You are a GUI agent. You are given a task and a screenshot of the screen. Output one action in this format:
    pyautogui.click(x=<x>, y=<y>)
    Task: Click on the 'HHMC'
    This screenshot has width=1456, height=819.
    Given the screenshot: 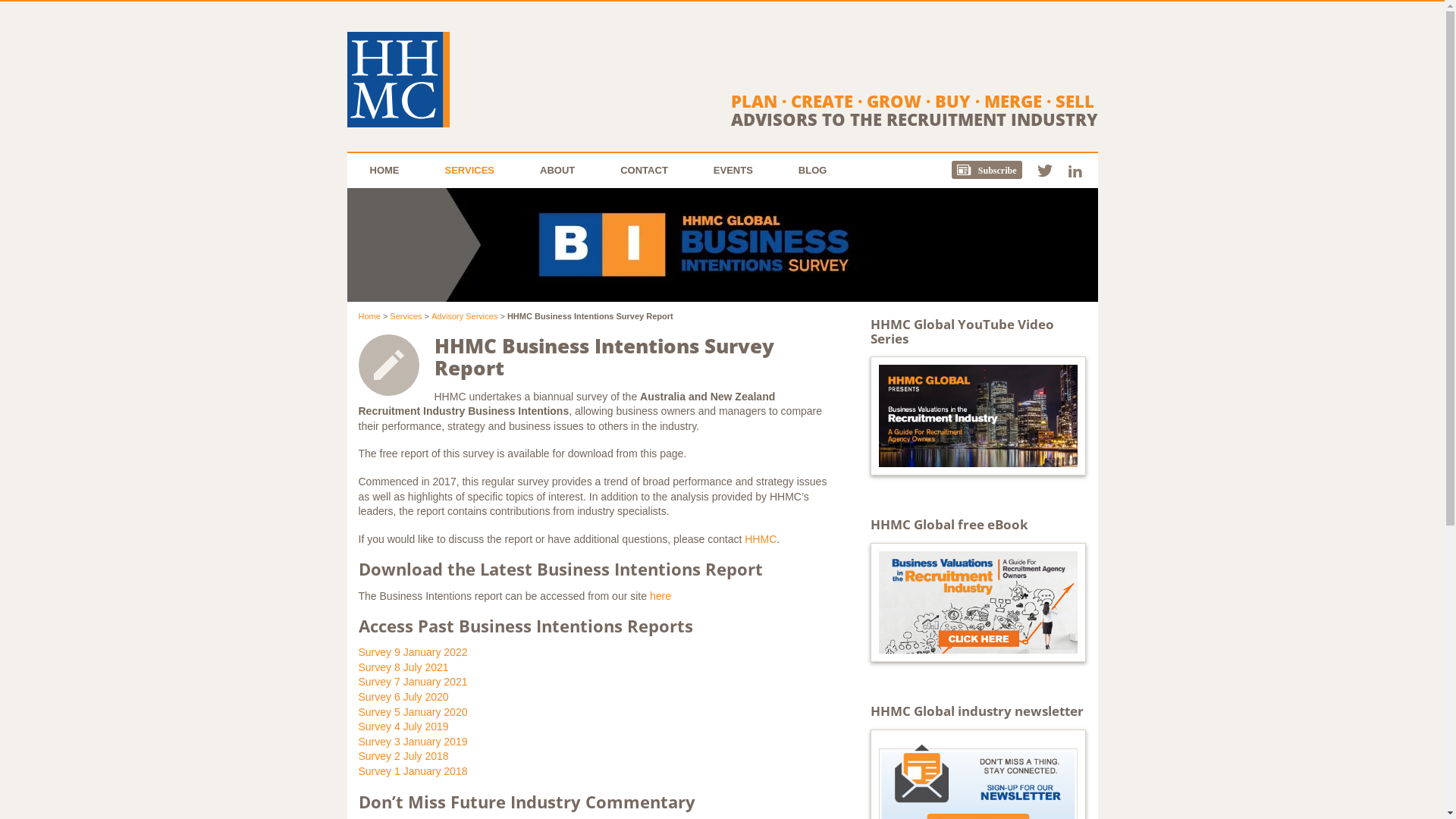 What is the action you would take?
    pyautogui.click(x=761, y=538)
    